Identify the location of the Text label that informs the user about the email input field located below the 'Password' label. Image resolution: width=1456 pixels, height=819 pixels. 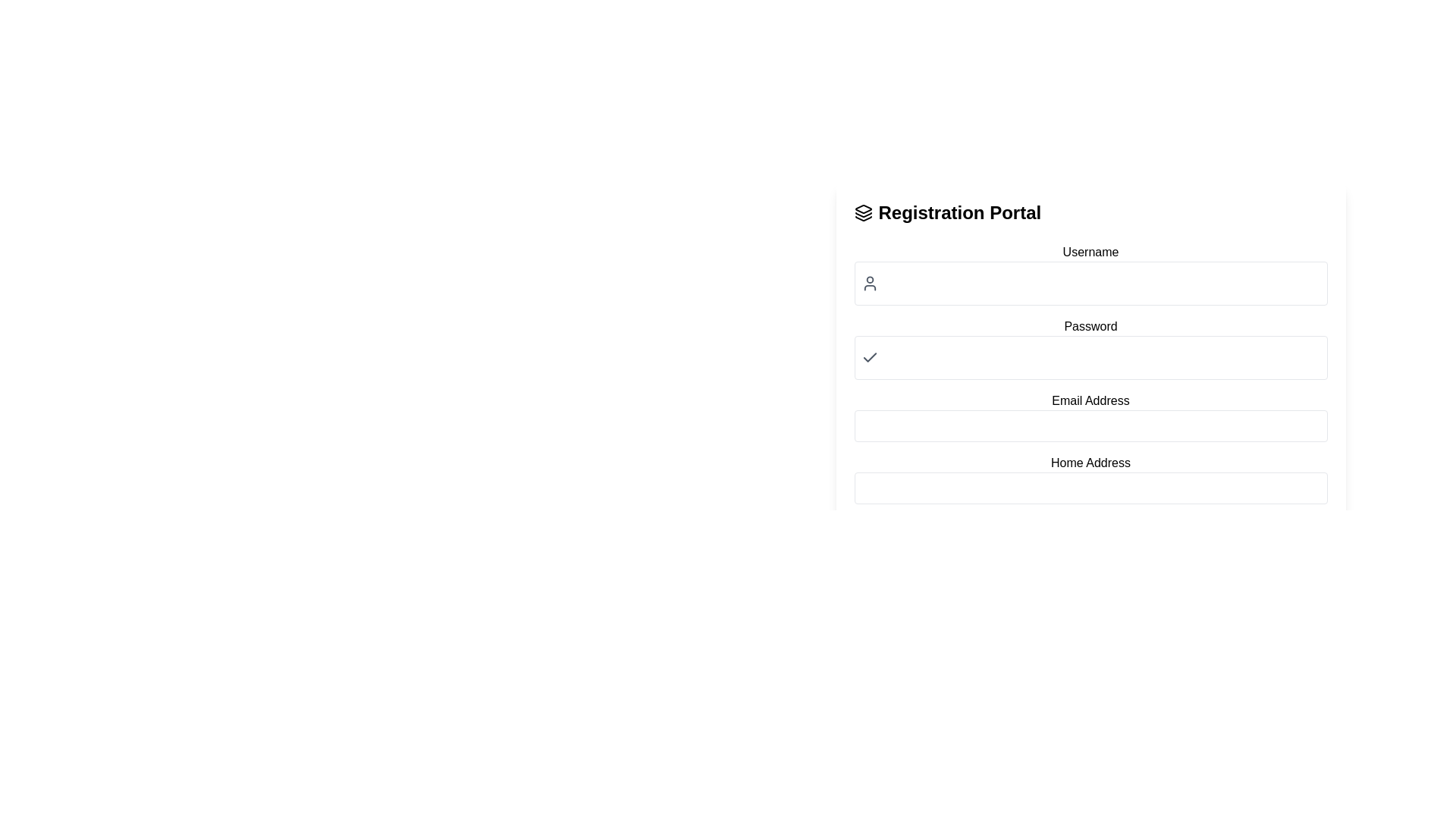
(1090, 400).